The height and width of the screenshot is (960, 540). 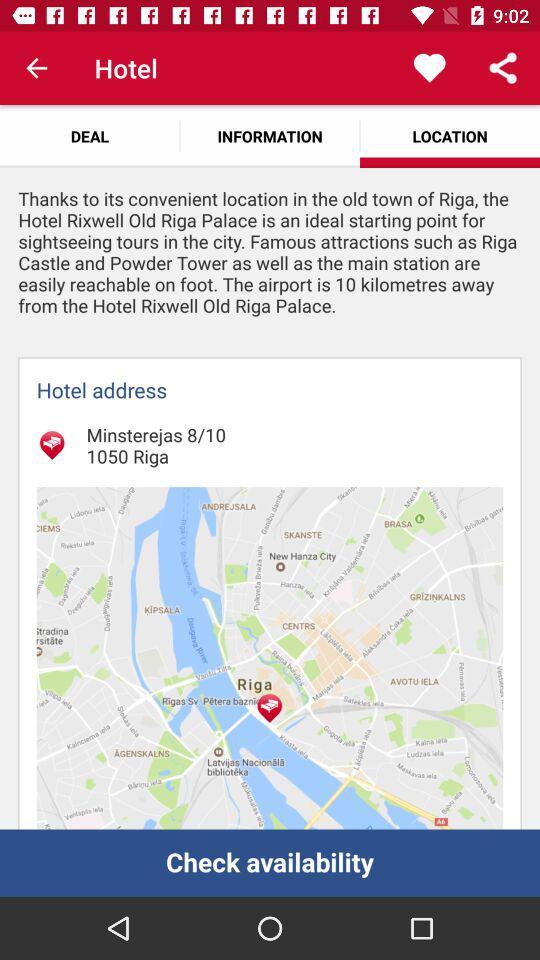 I want to click on icon to the right of information icon, so click(x=428, y=68).